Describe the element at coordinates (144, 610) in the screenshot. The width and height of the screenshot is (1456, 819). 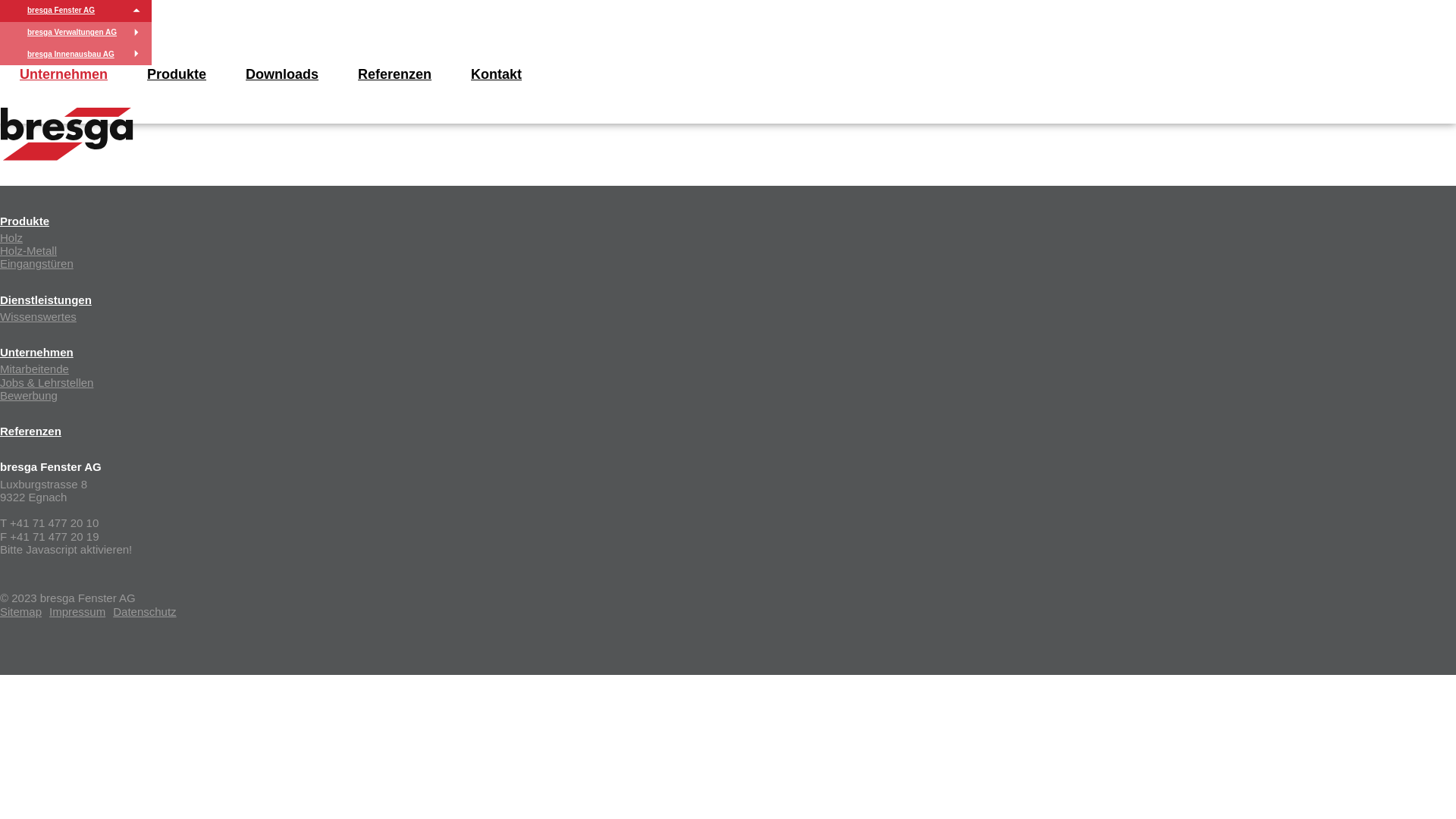
I see `'Datenschutz'` at that location.